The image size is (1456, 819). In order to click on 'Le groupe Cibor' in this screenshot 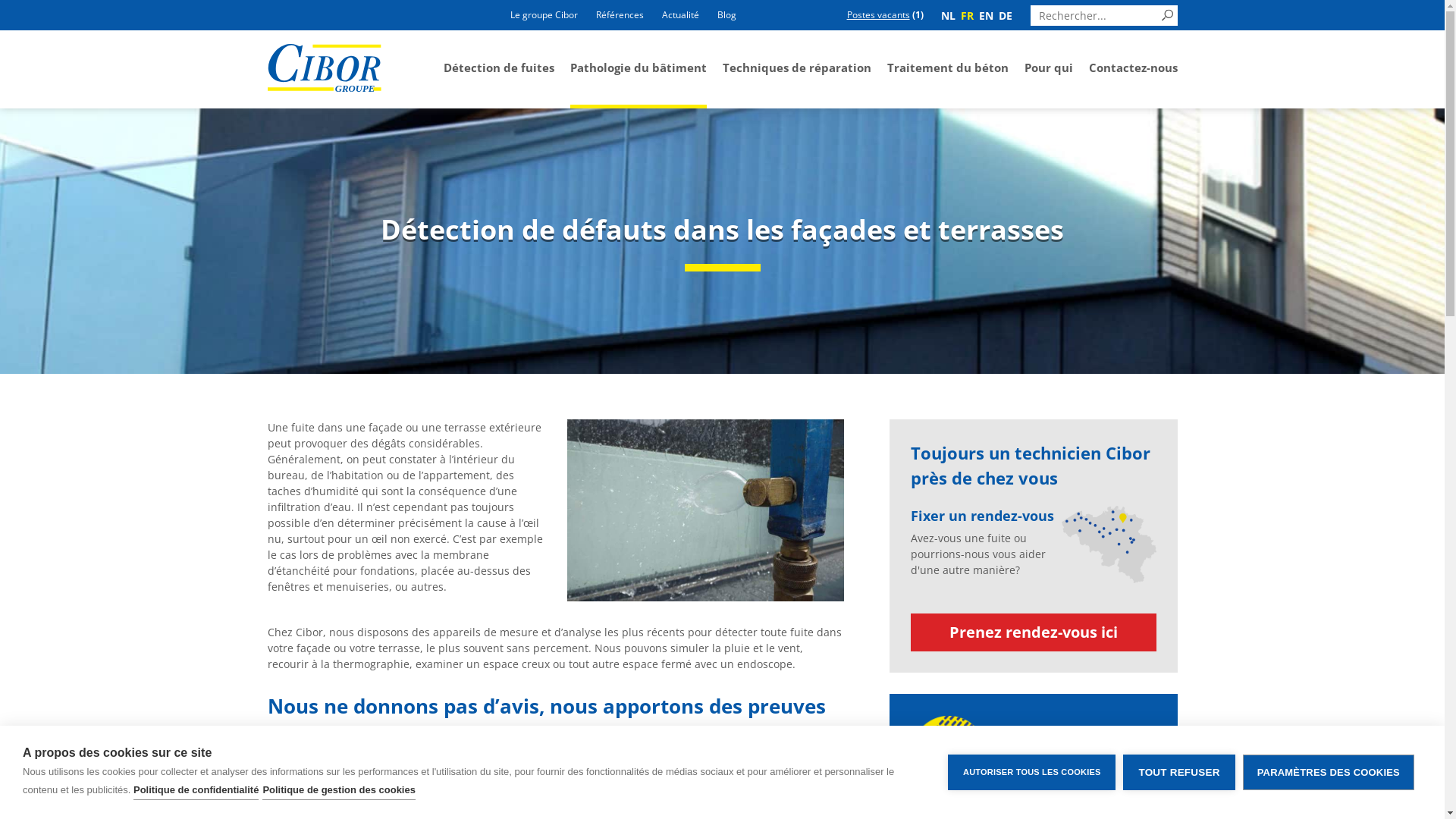, I will do `click(544, 14)`.